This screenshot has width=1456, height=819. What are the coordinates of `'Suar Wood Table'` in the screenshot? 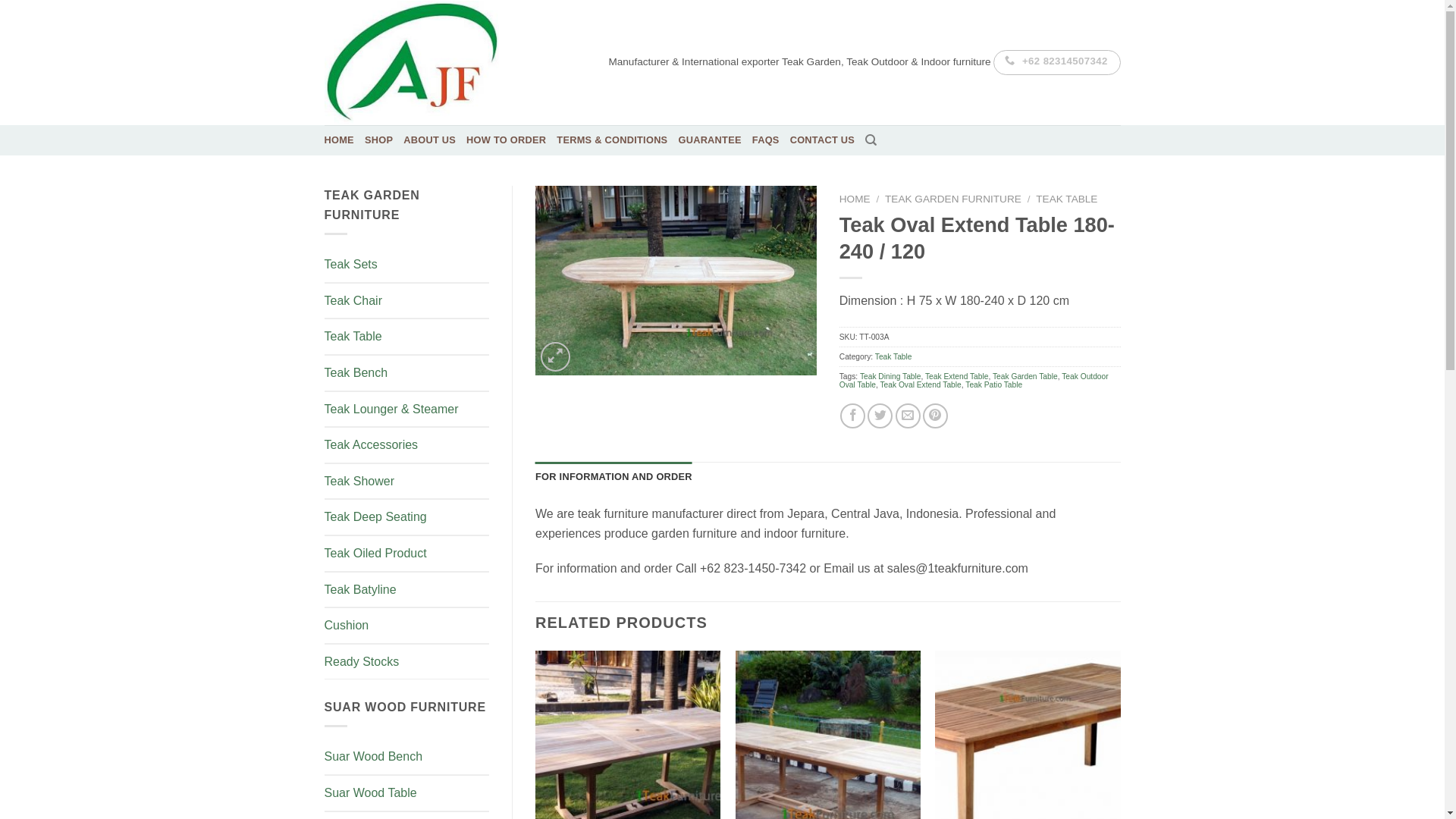 It's located at (407, 792).